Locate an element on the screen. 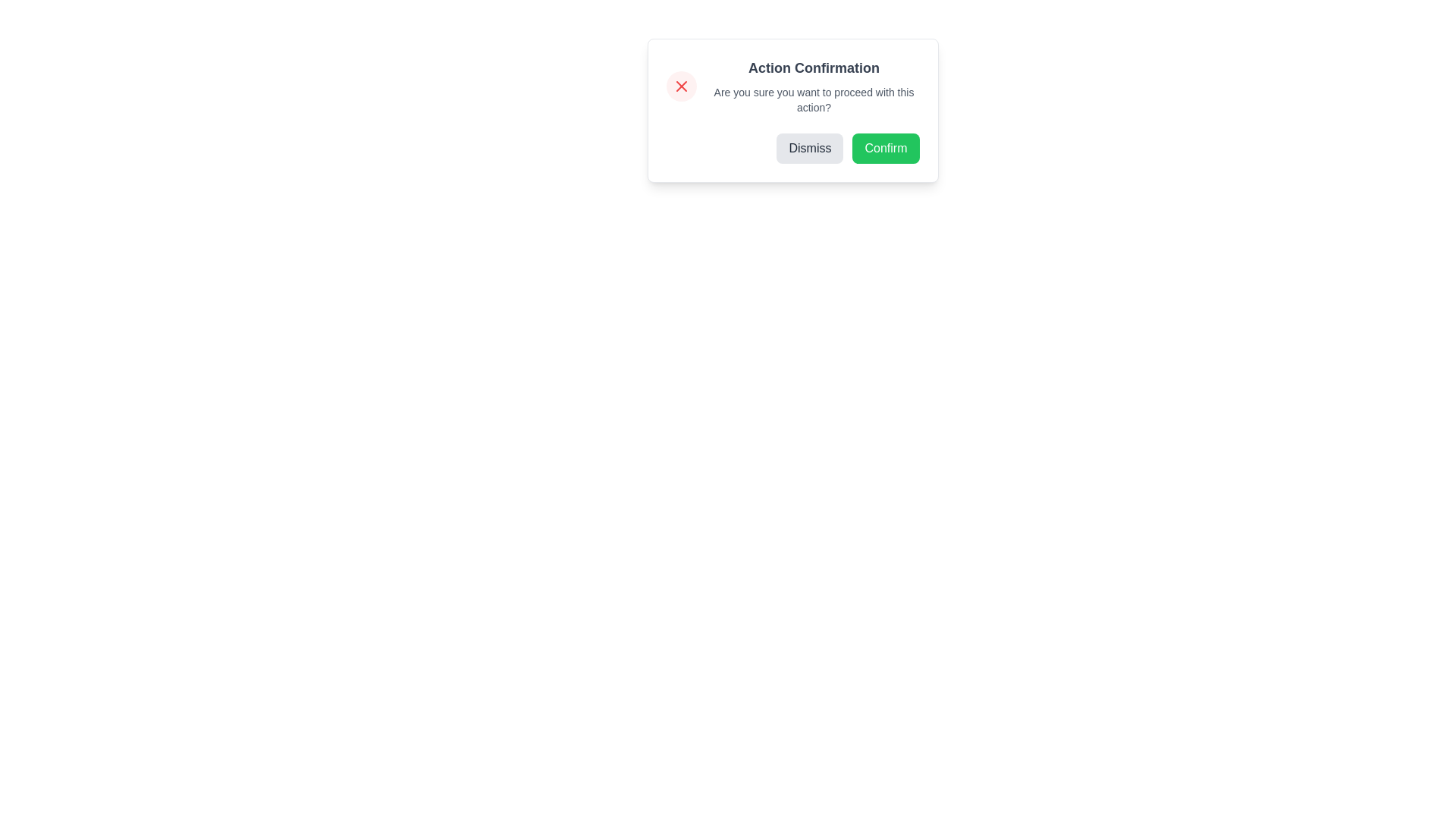 This screenshot has height=819, width=1456. the Text Block that serves as a title and description for the confirmation dialog, located centrally within the white modal overlay, directly right of the red icon and above the 'Dismiss' and 'Confirm' buttons is located at coordinates (813, 86).